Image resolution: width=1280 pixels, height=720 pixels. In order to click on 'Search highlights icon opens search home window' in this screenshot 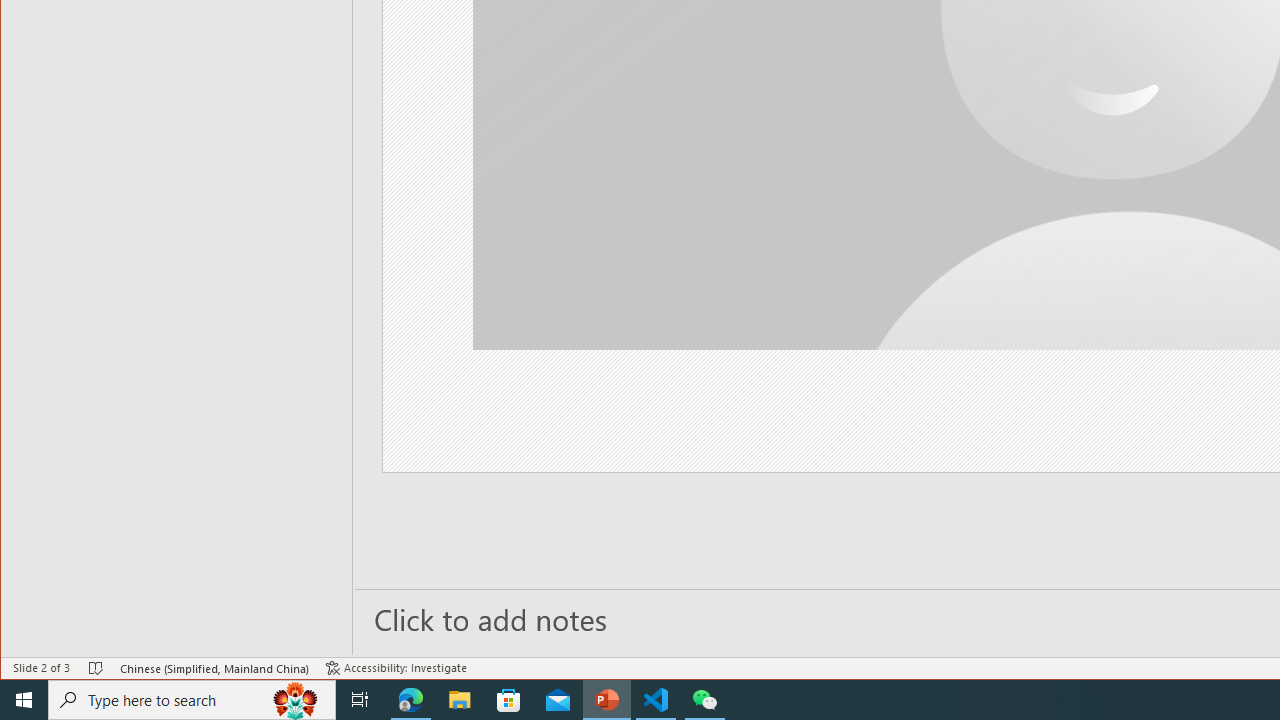, I will do `click(294, 698)`.